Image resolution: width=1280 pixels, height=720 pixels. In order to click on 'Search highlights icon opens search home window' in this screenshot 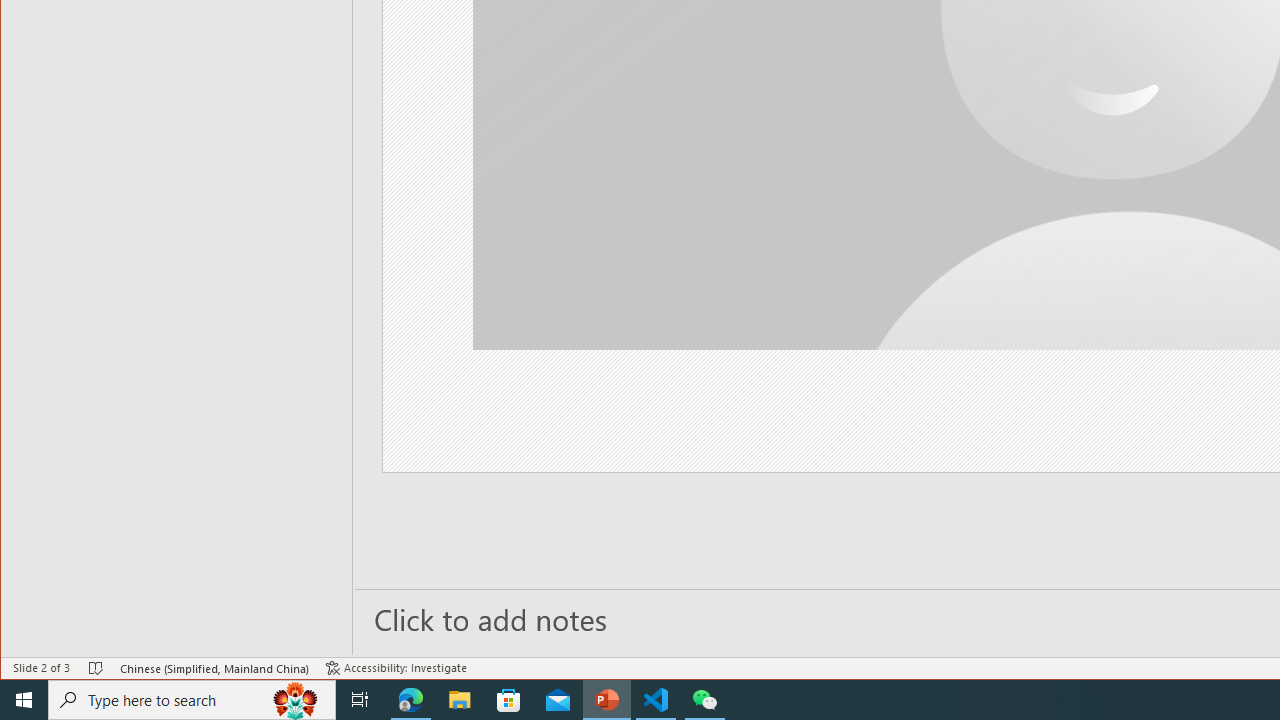, I will do `click(294, 698)`.